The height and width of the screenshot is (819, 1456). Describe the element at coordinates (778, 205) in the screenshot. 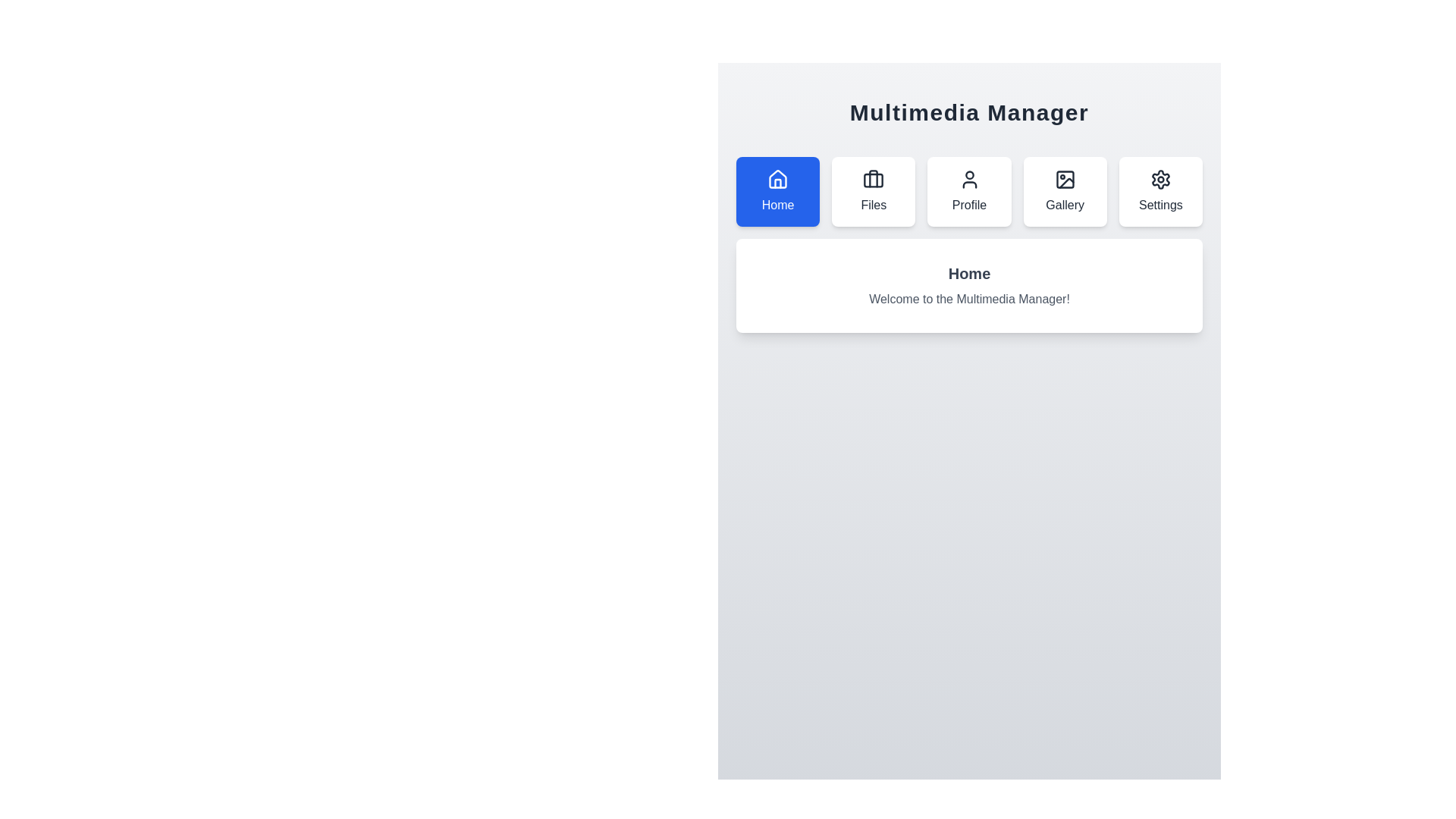

I see `text displayed on the 'Home' label, which is styled with a medium font weight and serves as a navigation option in the horizontal navigation bar` at that location.